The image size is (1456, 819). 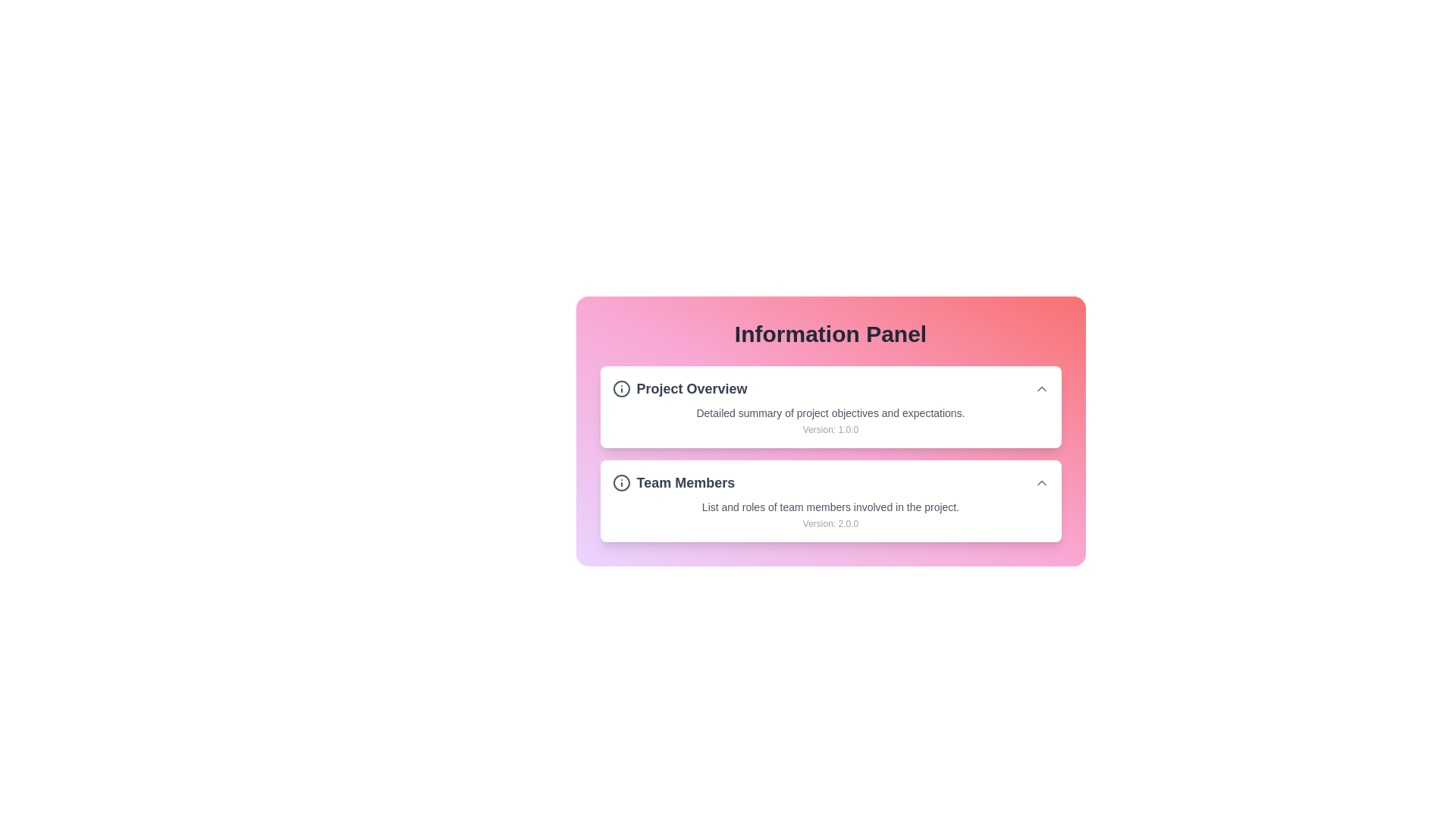 What do you see at coordinates (679, 388) in the screenshot?
I see `the non-interactive text label that serves as a title for the project summary, located at the top of the card-like interface` at bounding box center [679, 388].